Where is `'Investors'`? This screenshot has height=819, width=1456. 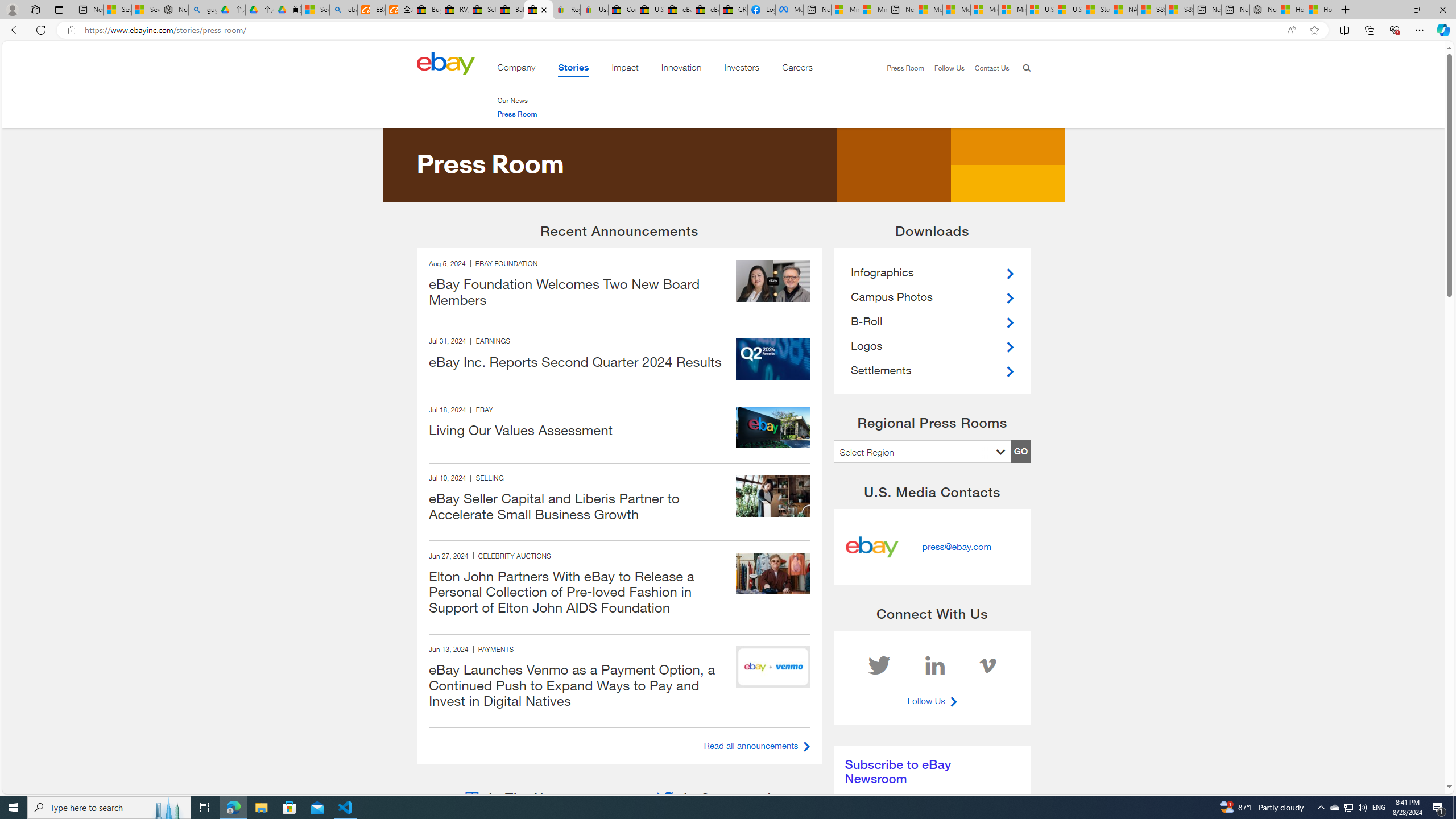 'Investors' is located at coordinates (742, 69).